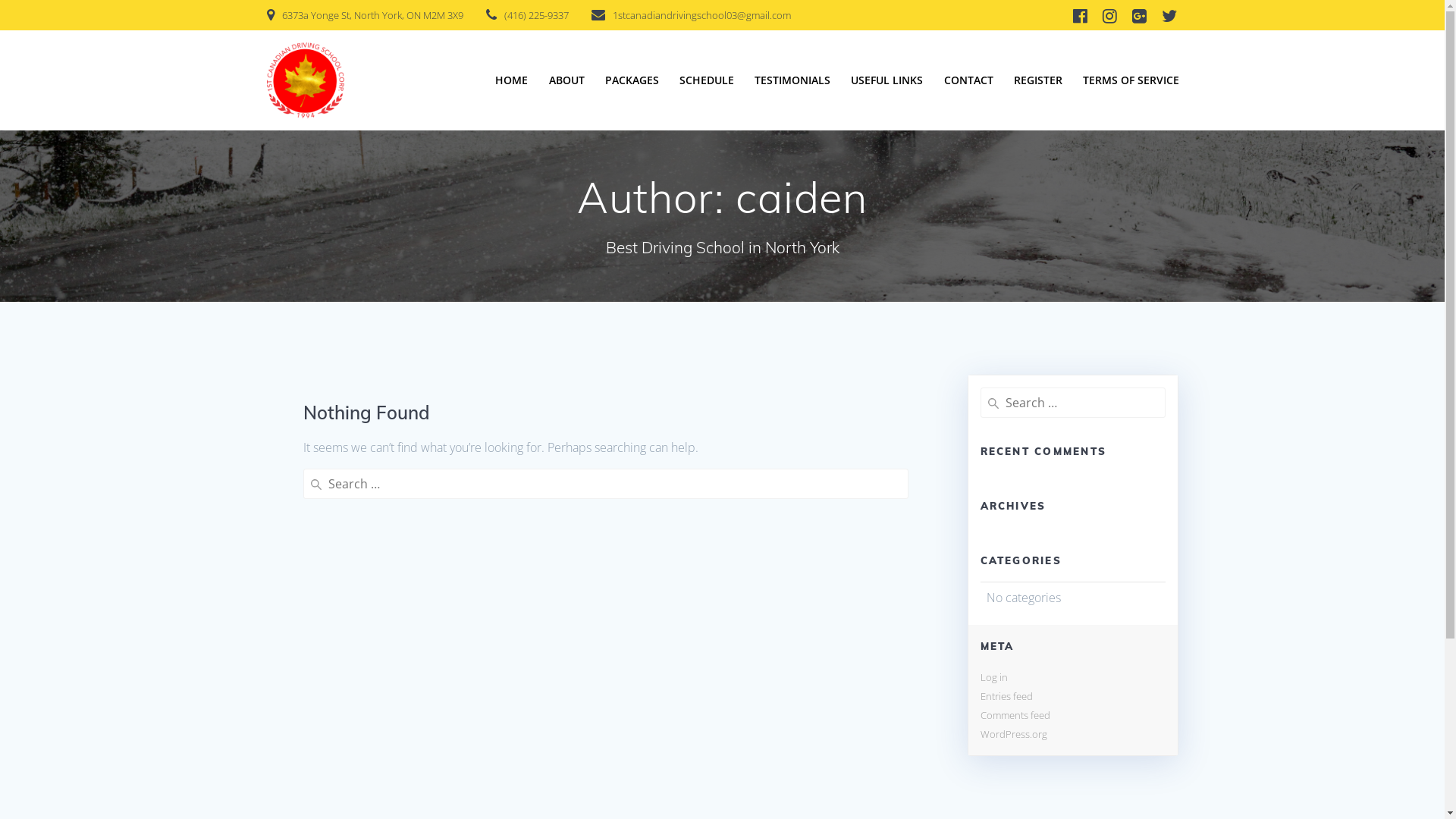 The width and height of the screenshot is (1456, 819). What do you see at coordinates (1015, 714) in the screenshot?
I see `'Comments feed'` at bounding box center [1015, 714].